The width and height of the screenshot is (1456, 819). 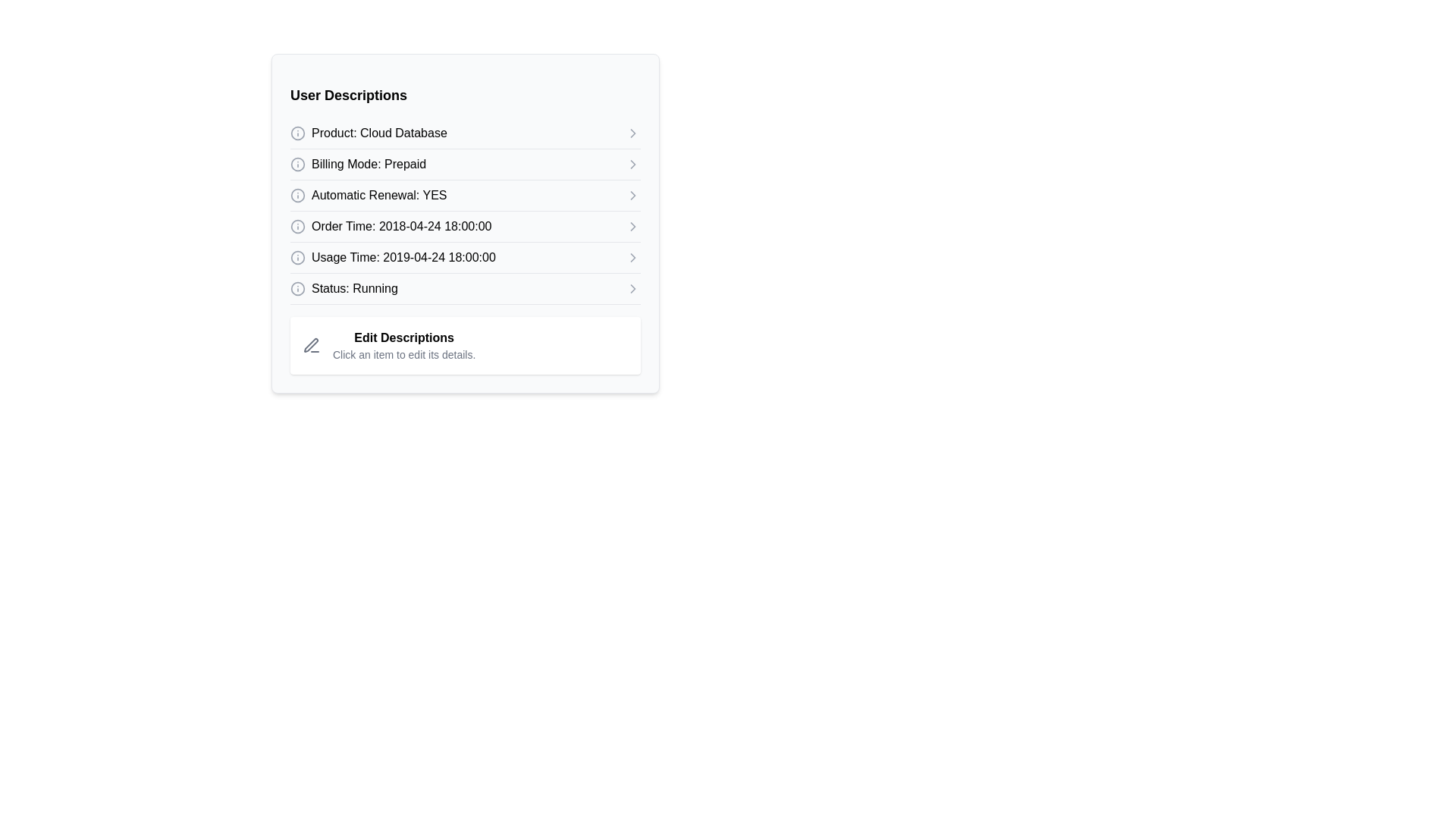 What do you see at coordinates (369, 195) in the screenshot?
I see `the text label indicating that automatic renewal is enabled, which is the third row in the vertical list within the card-like section` at bounding box center [369, 195].